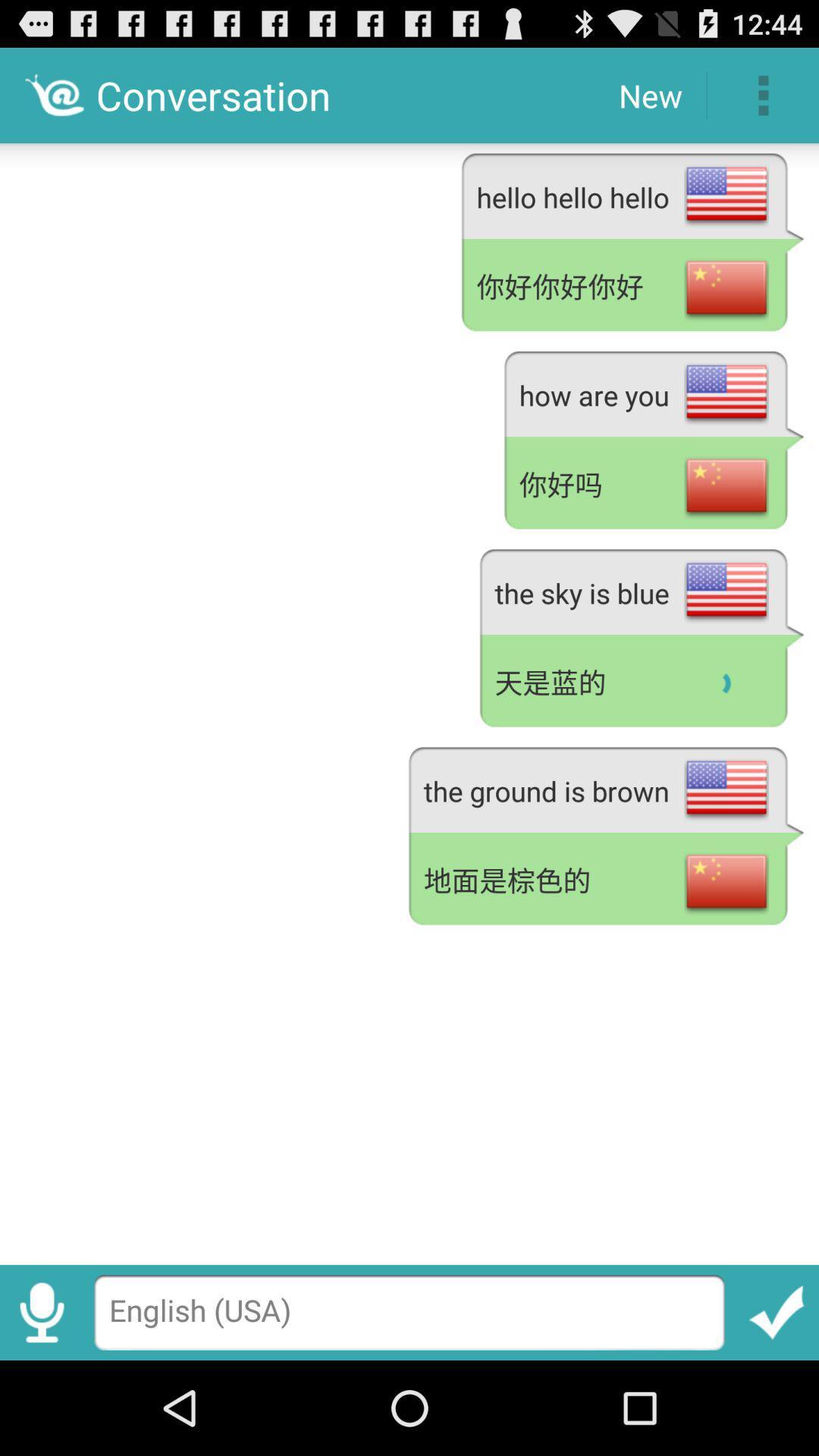  Describe the element at coordinates (605, 881) in the screenshot. I see `app below the the ground is app` at that location.